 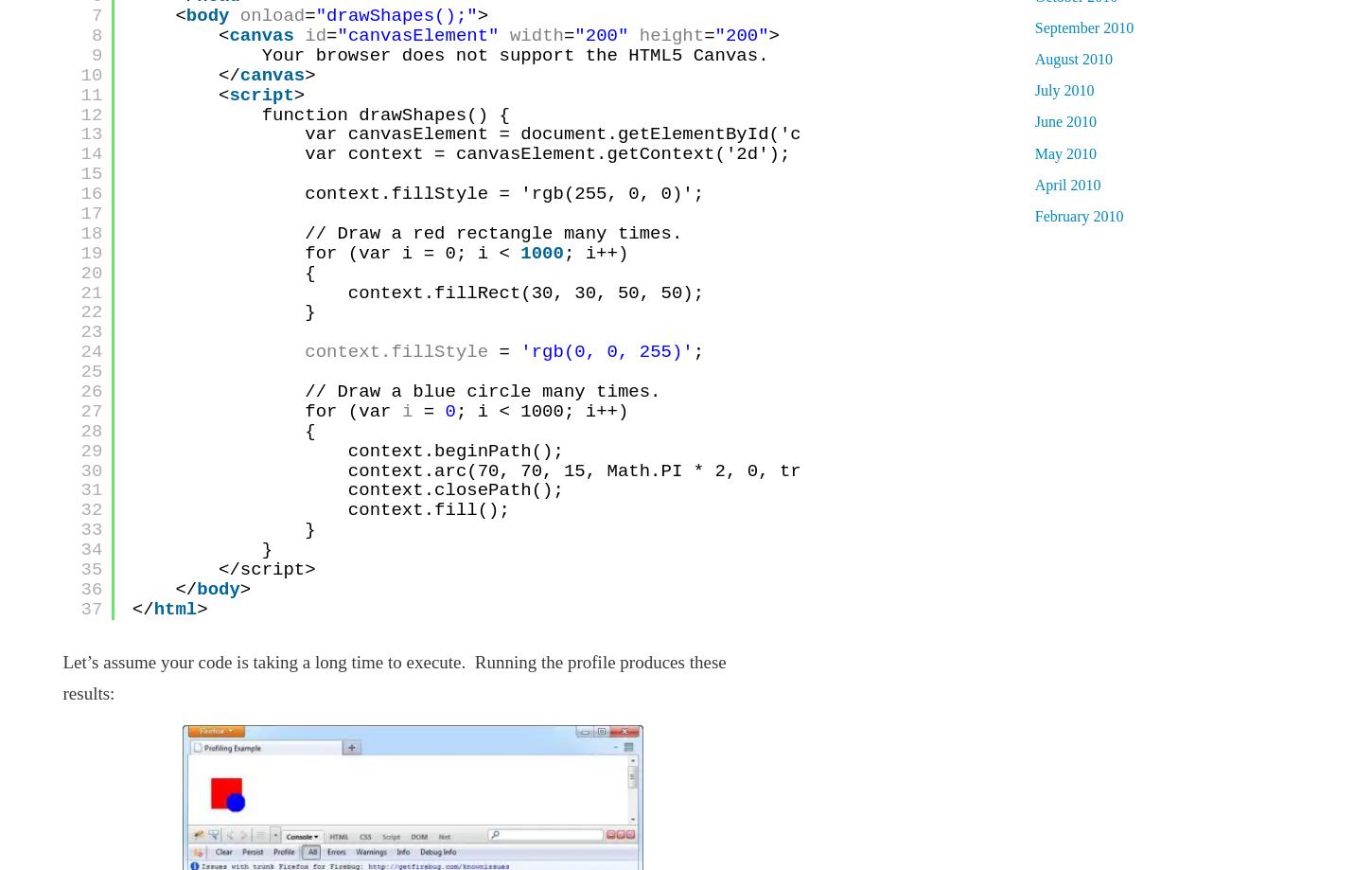 What do you see at coordinates (272, 16) in the screenshot?
I see `'onload'` at bounding box center [272, 16].